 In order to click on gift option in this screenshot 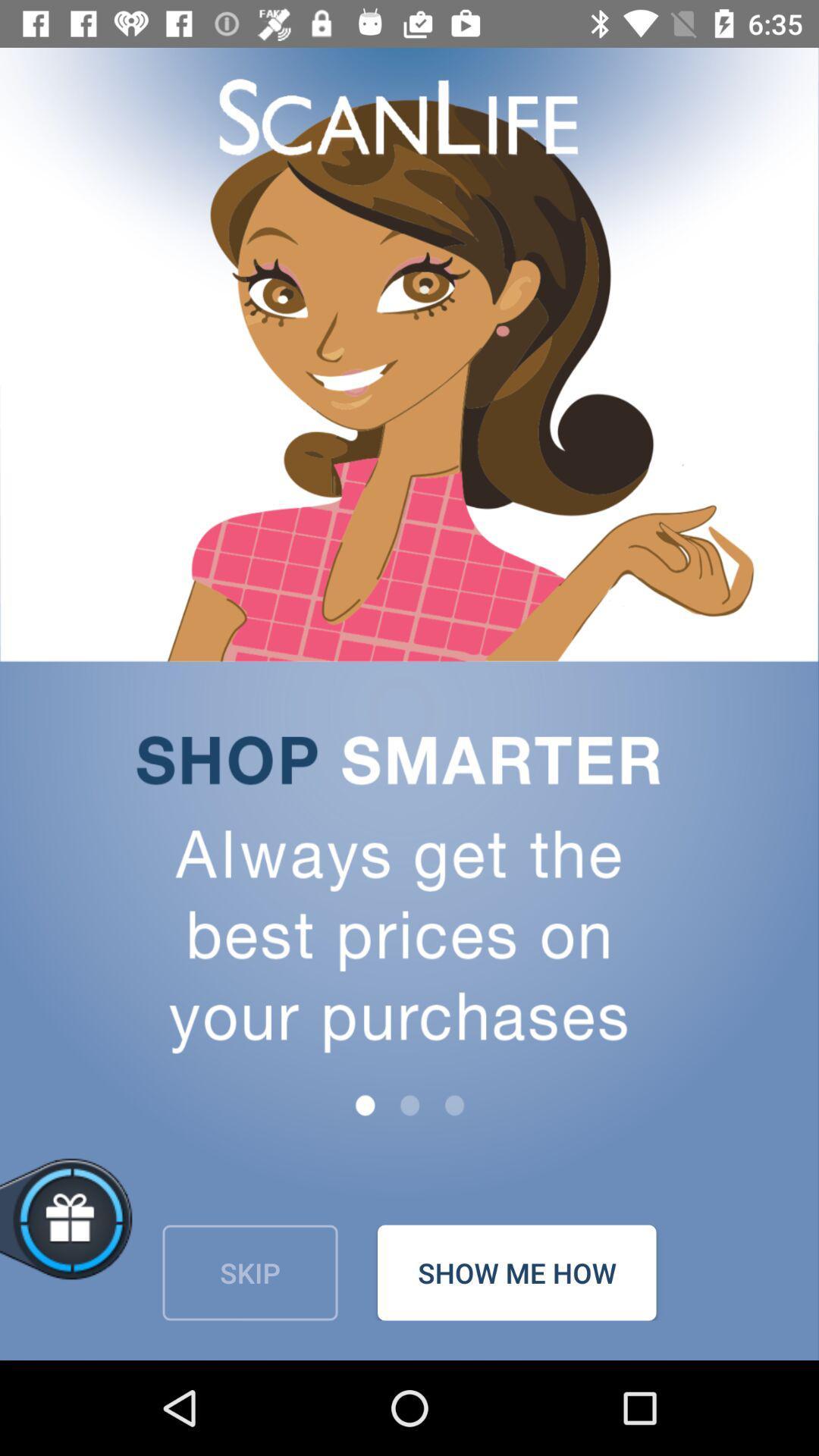, I will do `click(118, 1237)`.